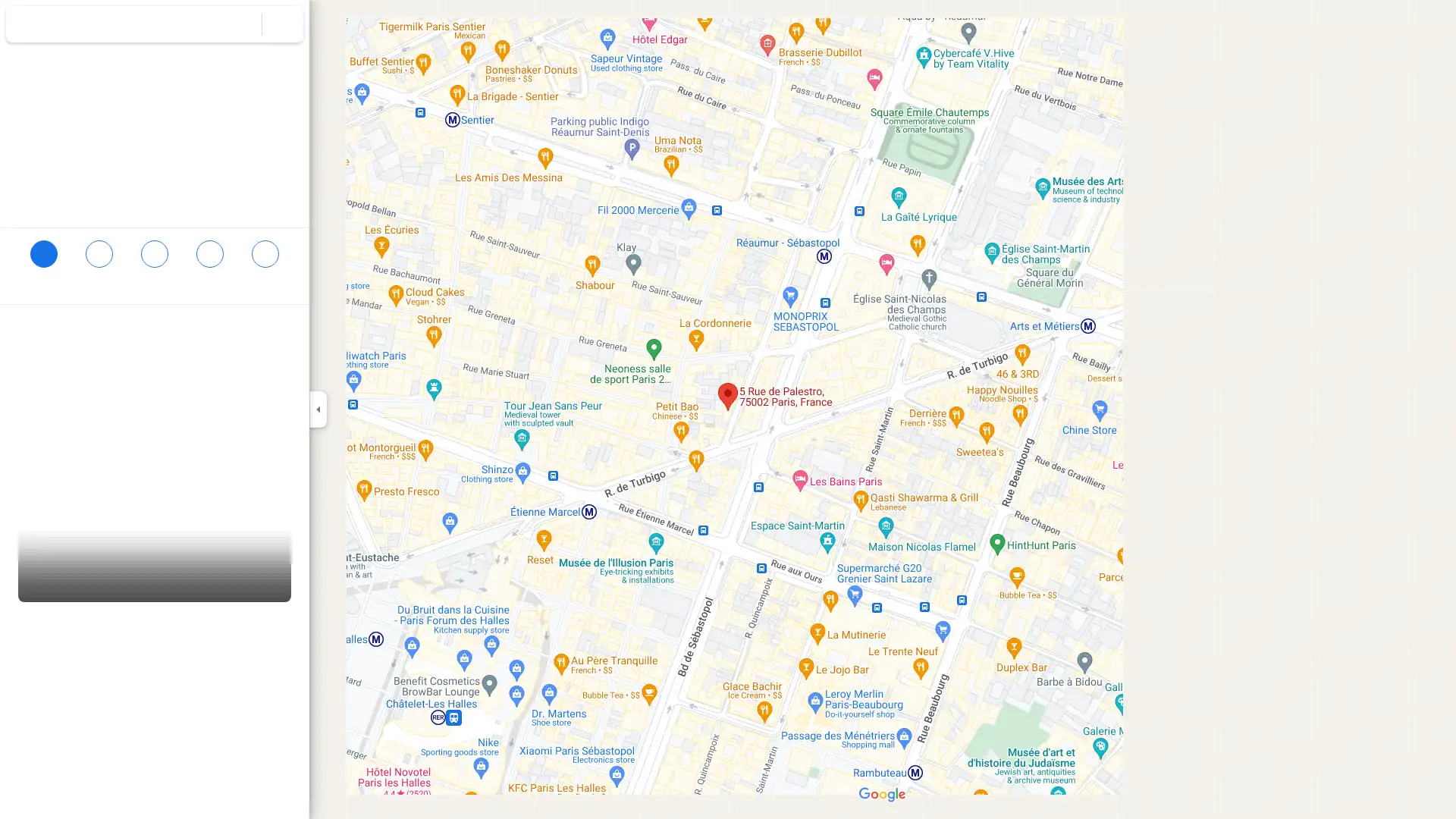  I want to click on Copy address, so click(281, 331).